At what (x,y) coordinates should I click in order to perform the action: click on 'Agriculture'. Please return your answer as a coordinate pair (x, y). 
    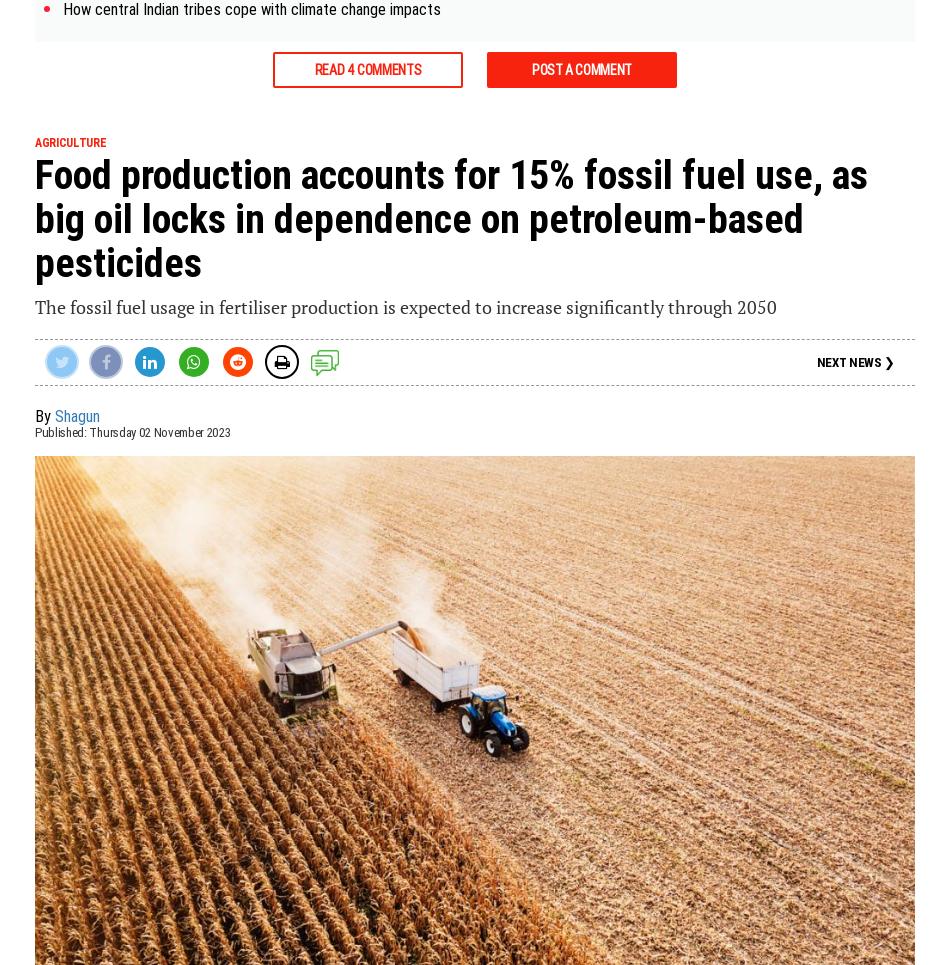
    Looking at the image, I should click on (70, 142).